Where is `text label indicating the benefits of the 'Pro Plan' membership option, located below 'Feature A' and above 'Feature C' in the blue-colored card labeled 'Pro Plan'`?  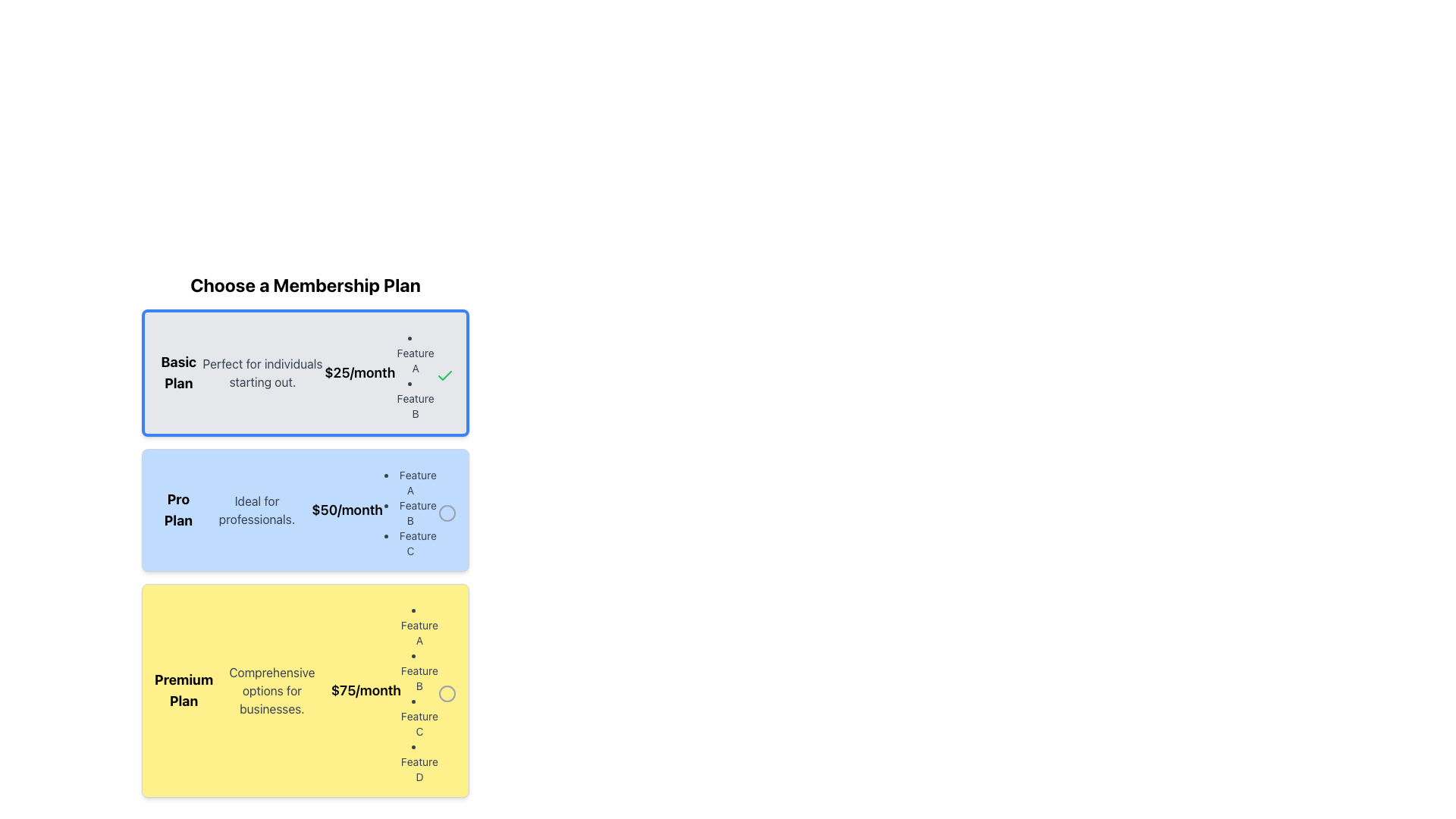 text label indicating the benefits of the 'Pro Plan' membership option, located below 'Feature A' and above 'Feature C' in the blue-colored card labeled 'Pro Plan' is located at coordinates (410, 513).